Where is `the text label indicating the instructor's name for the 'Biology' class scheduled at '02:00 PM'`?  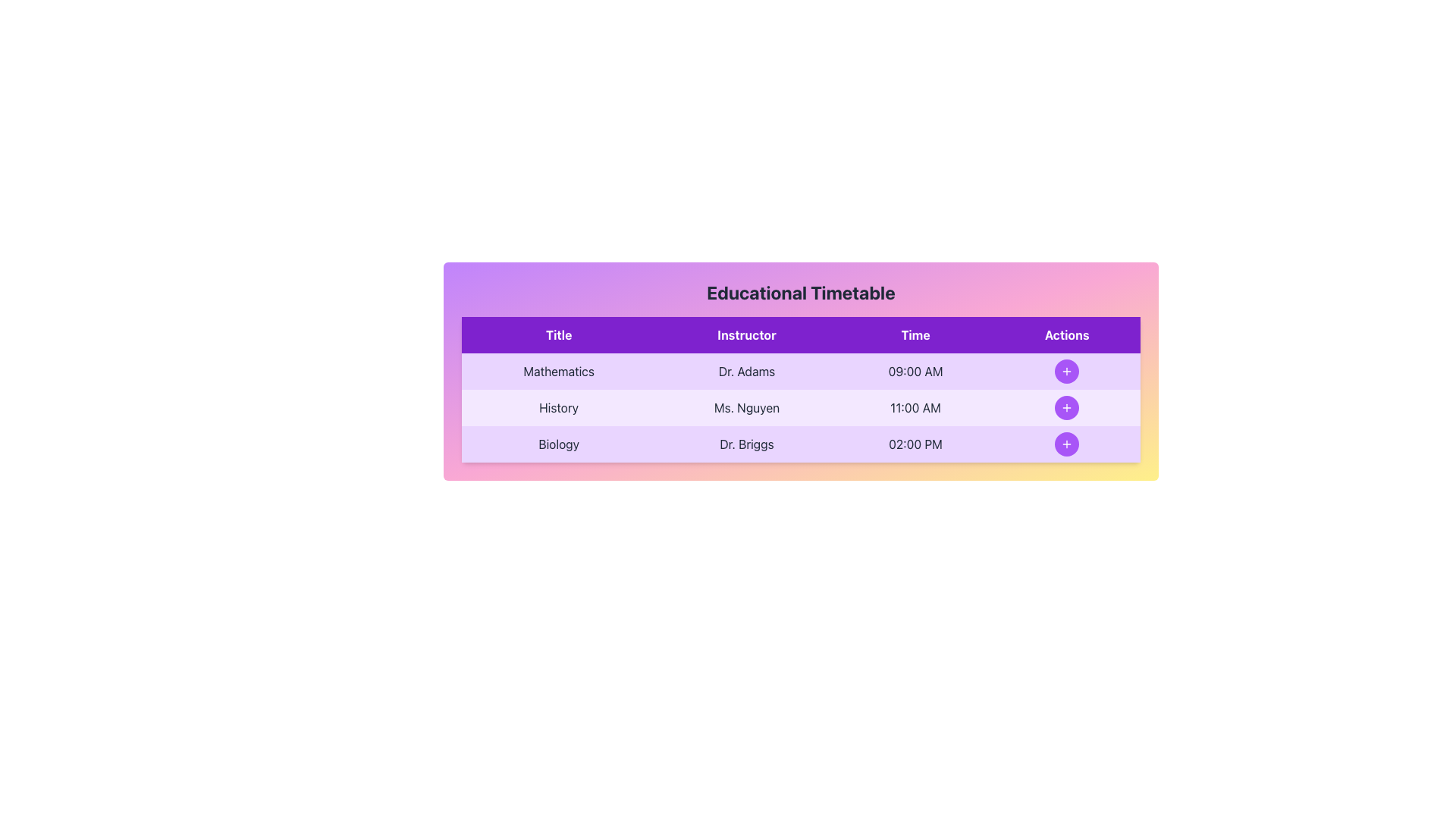
the text label indicating the instructor's name for the 'Biology' class scheduled at '02:00 PM' is located at coordinates (746, 444).